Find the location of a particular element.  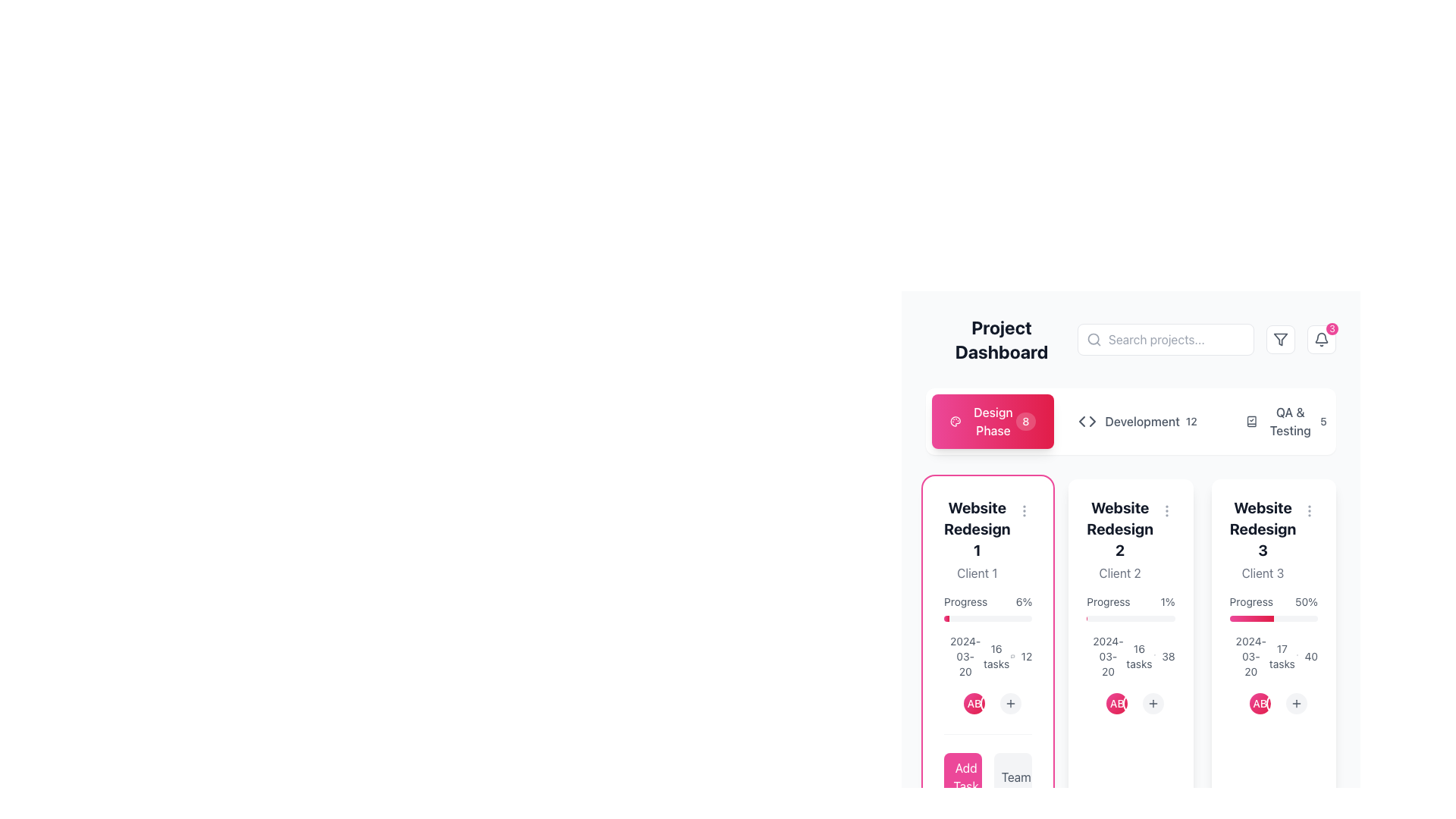

the interactive menu trigger button located in the top-right corner of the 'Website Redesign 2' card is located at coordinates (1166, 511).